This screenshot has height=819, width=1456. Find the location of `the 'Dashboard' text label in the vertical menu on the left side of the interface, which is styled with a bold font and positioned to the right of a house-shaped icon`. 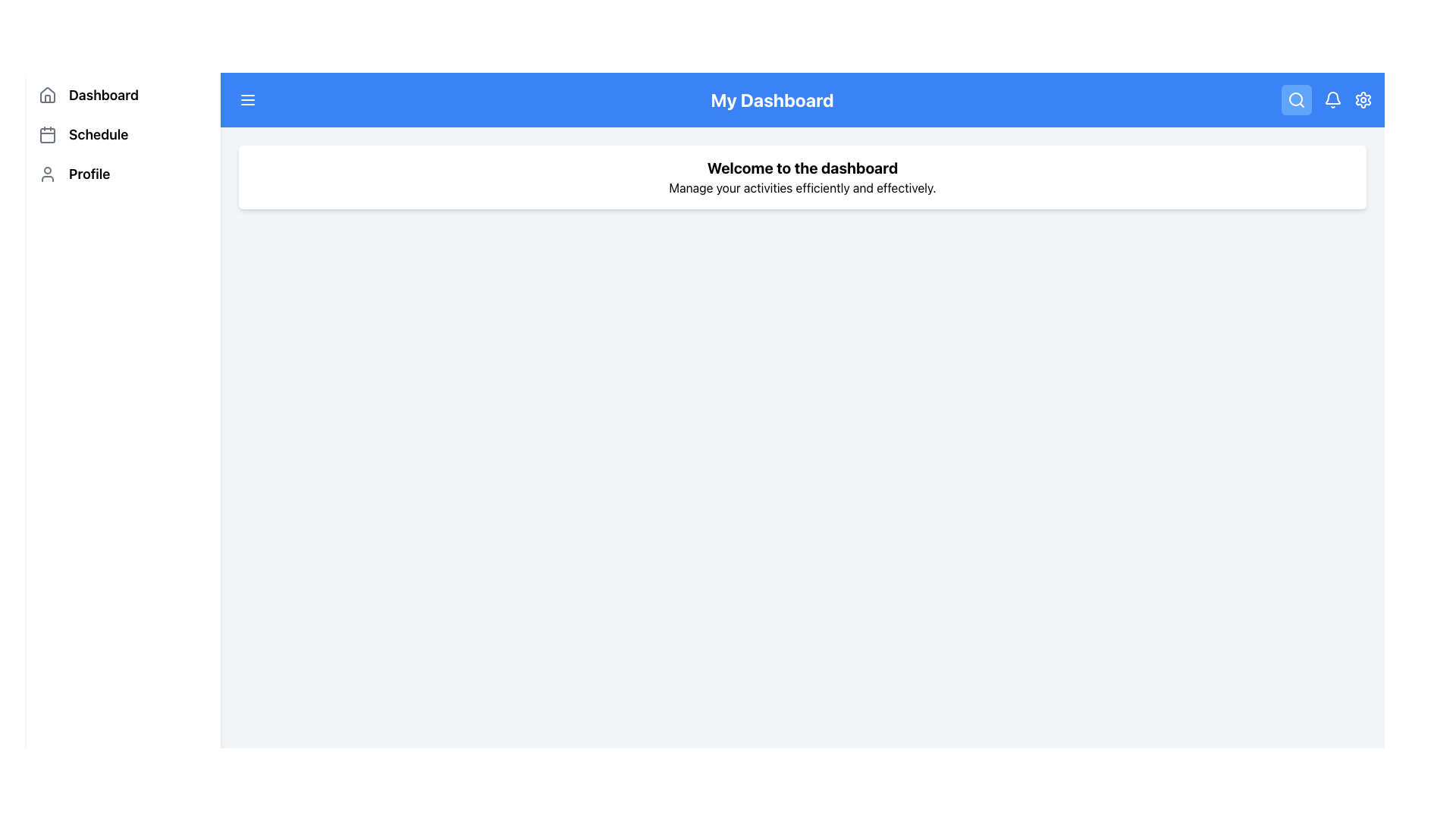

the 'Dashboard' text label in the vertical menu on the left side of the interface, which is styled with a bold font and positioned to the right of a house-shaped icon is located at coordinates (103, 96).